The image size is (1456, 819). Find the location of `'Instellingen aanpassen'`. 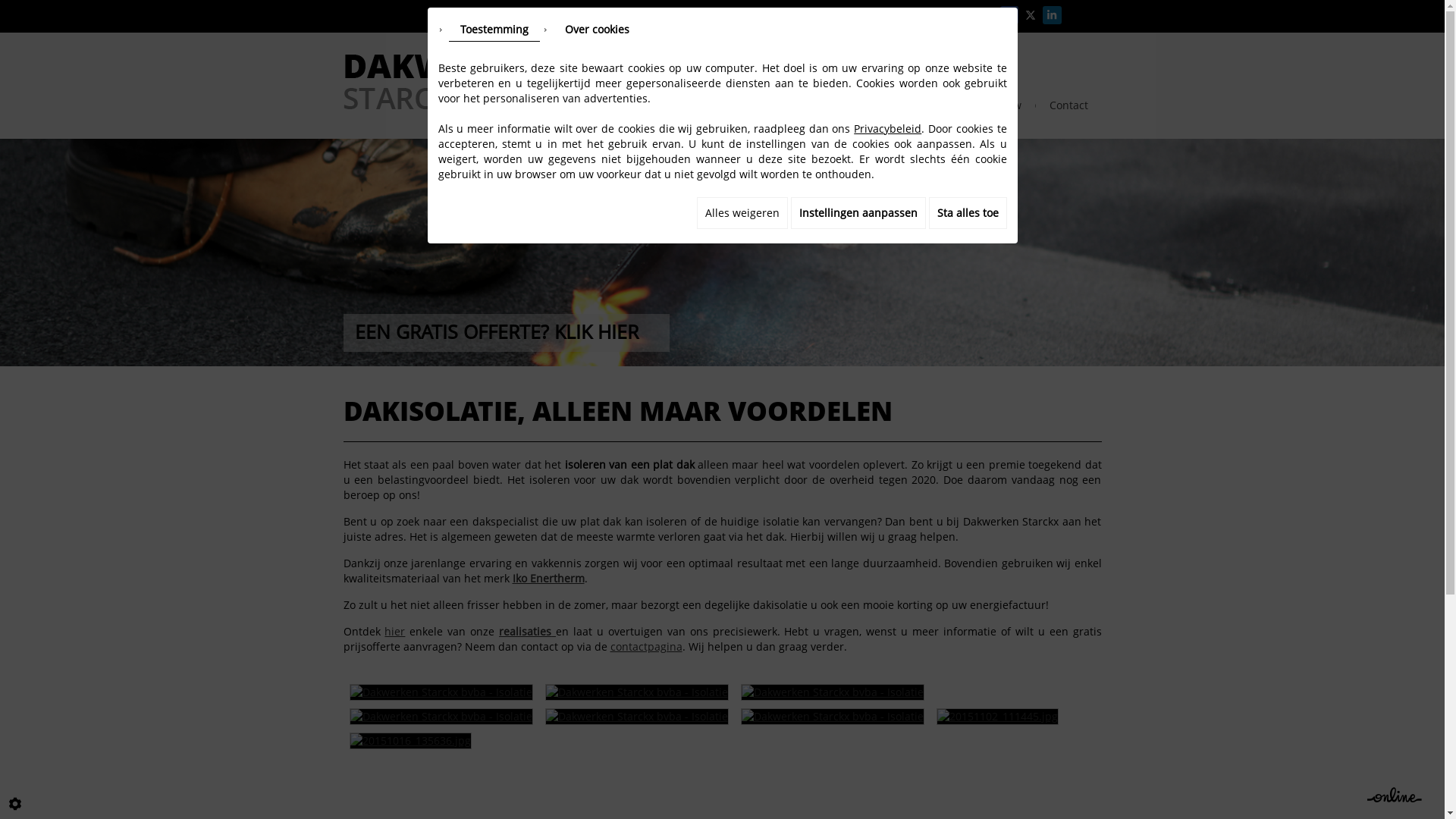

'Instellingen aanpassen' is located at coordinates (858, 213).